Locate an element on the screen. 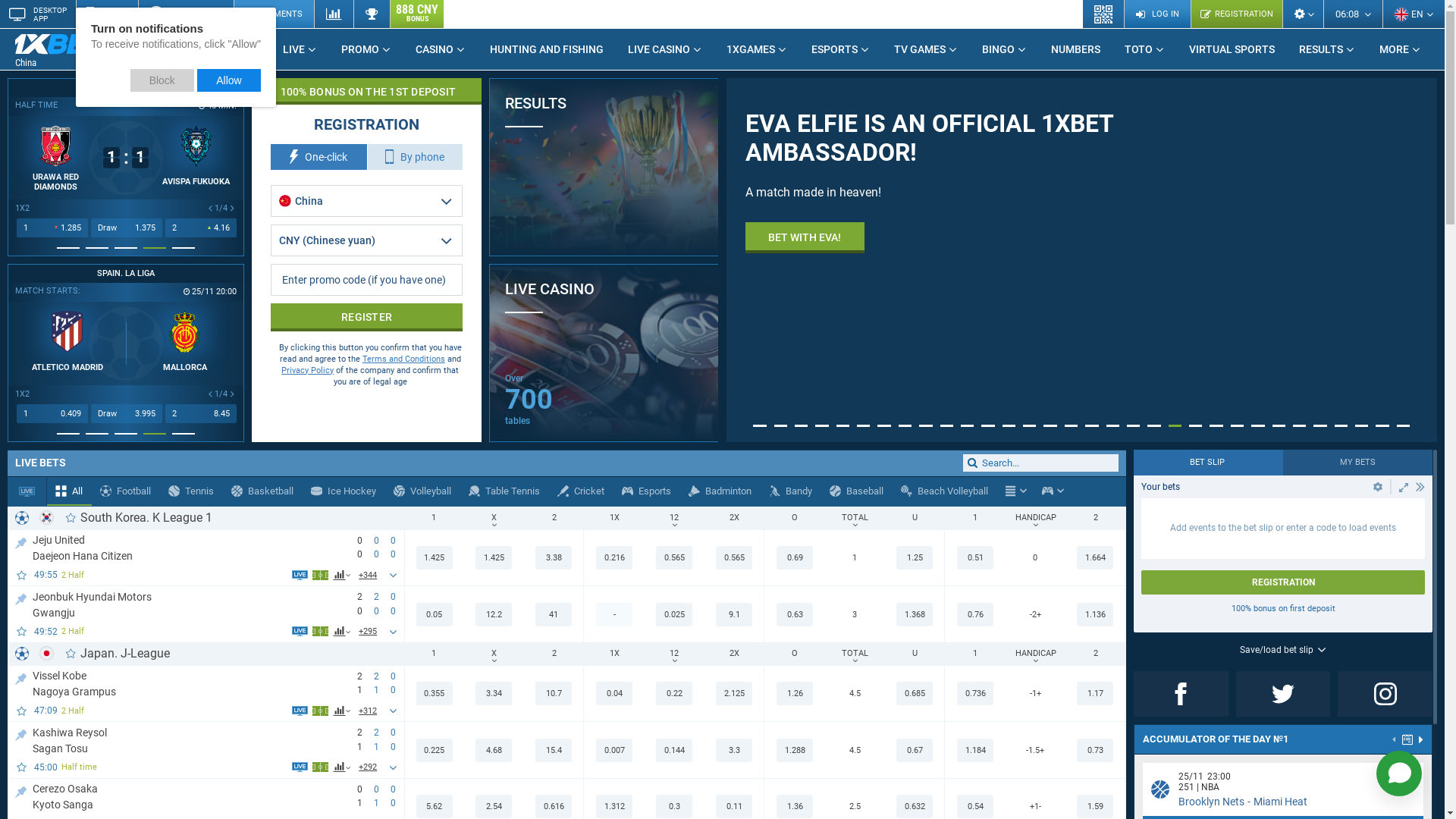 This screenshot has width=1456, height=819. 'Japan. J-League' is located at coordinates (124, 652).